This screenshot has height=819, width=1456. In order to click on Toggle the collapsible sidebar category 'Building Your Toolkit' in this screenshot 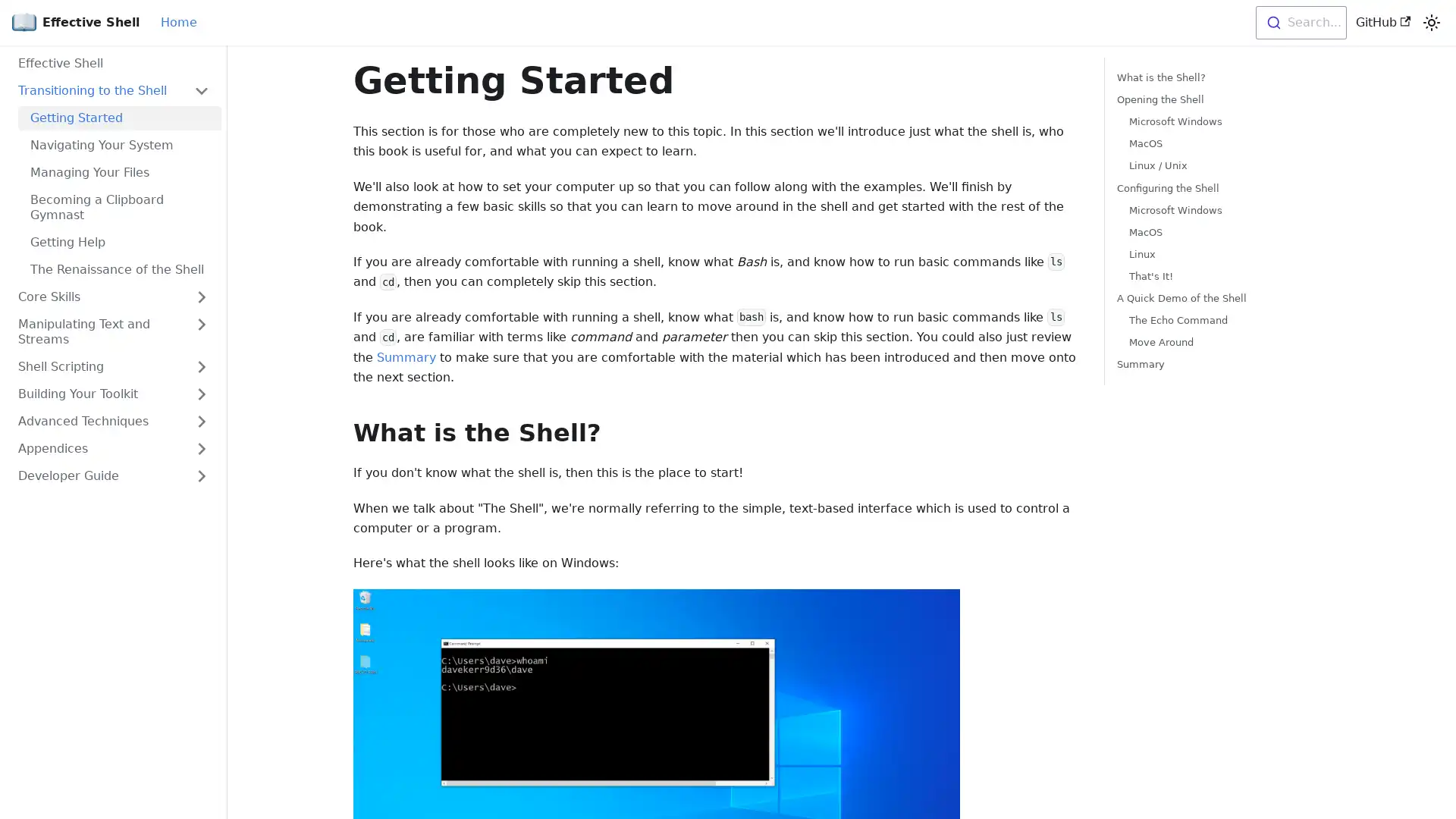, I will do `click(200, 394)`.